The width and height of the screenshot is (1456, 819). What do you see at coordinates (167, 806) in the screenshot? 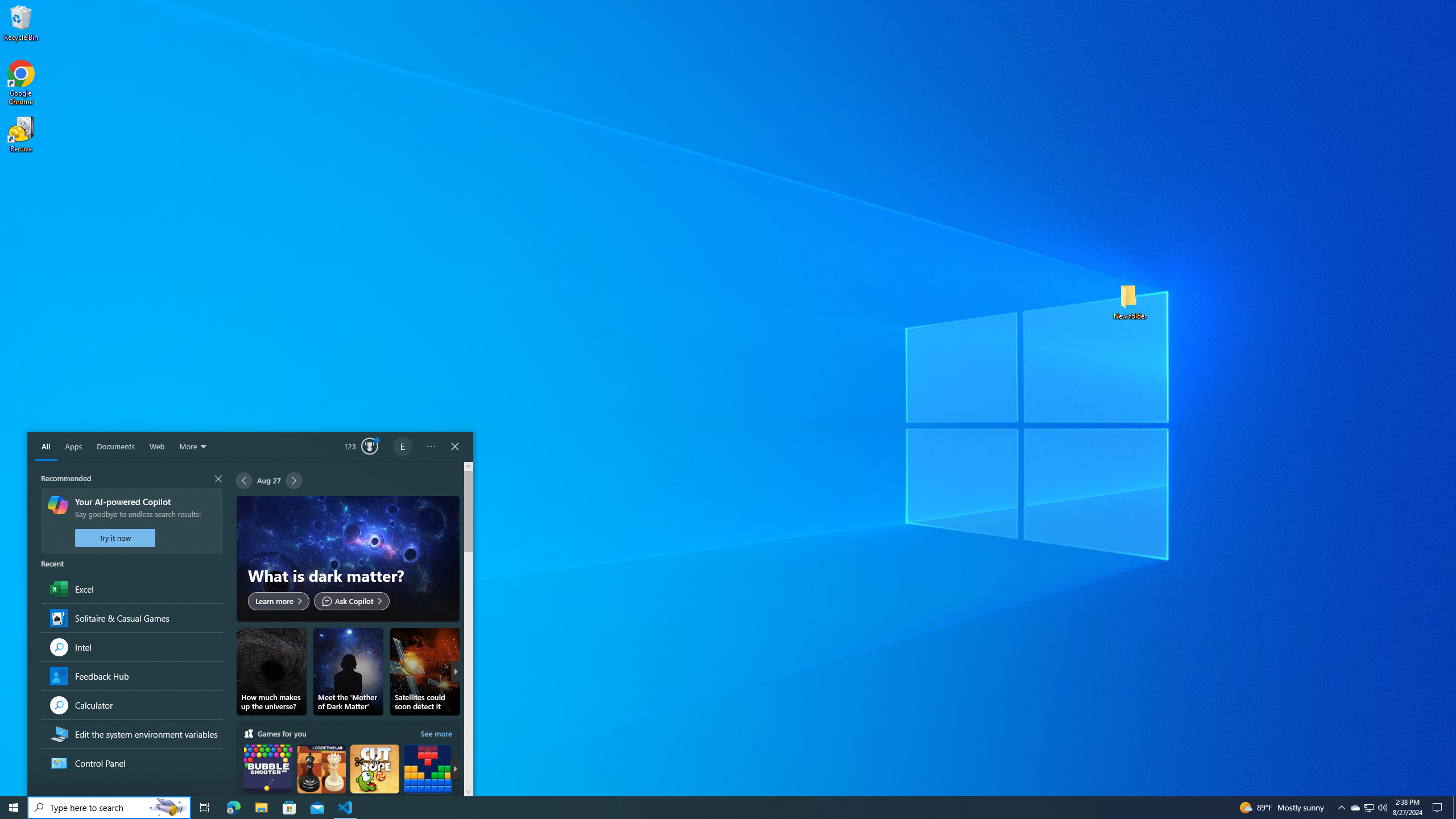
I see `'Search Highlights Icon'` at bounding box center [167, 806].